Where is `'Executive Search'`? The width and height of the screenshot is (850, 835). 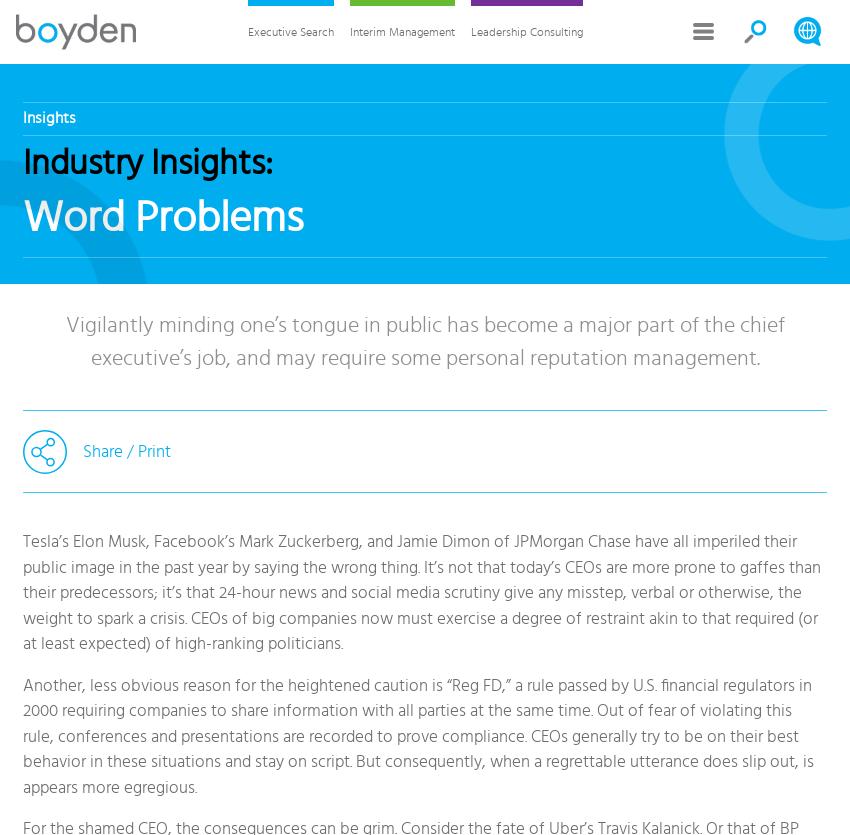 'Executive Search' is located at coordinates (289, 31).